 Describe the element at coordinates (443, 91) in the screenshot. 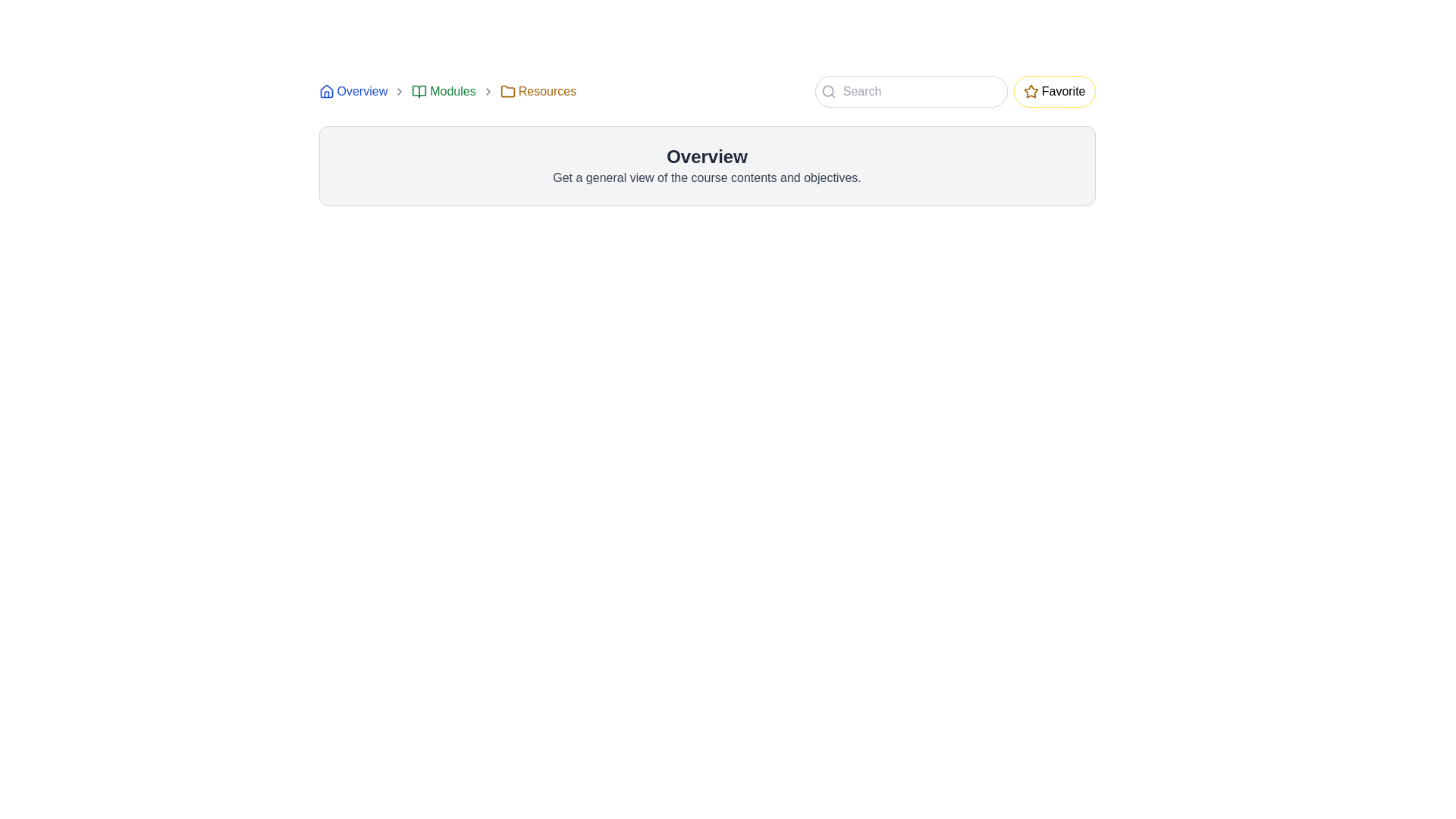

I see `the clickable link with an icon in the breadcrumb navigation bar to change its color` at that location.